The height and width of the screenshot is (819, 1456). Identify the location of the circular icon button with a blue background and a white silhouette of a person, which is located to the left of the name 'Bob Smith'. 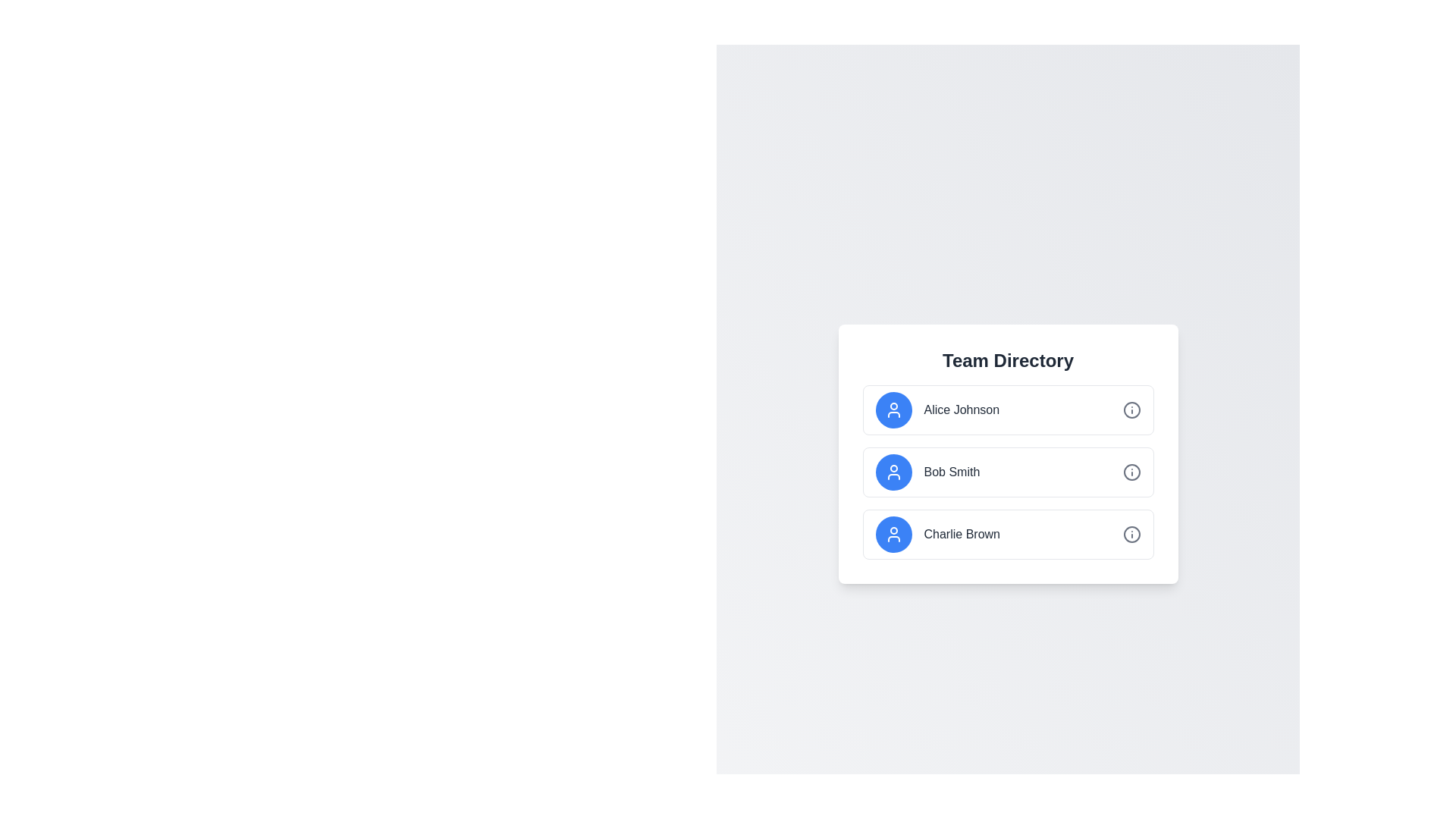
(893, 472).